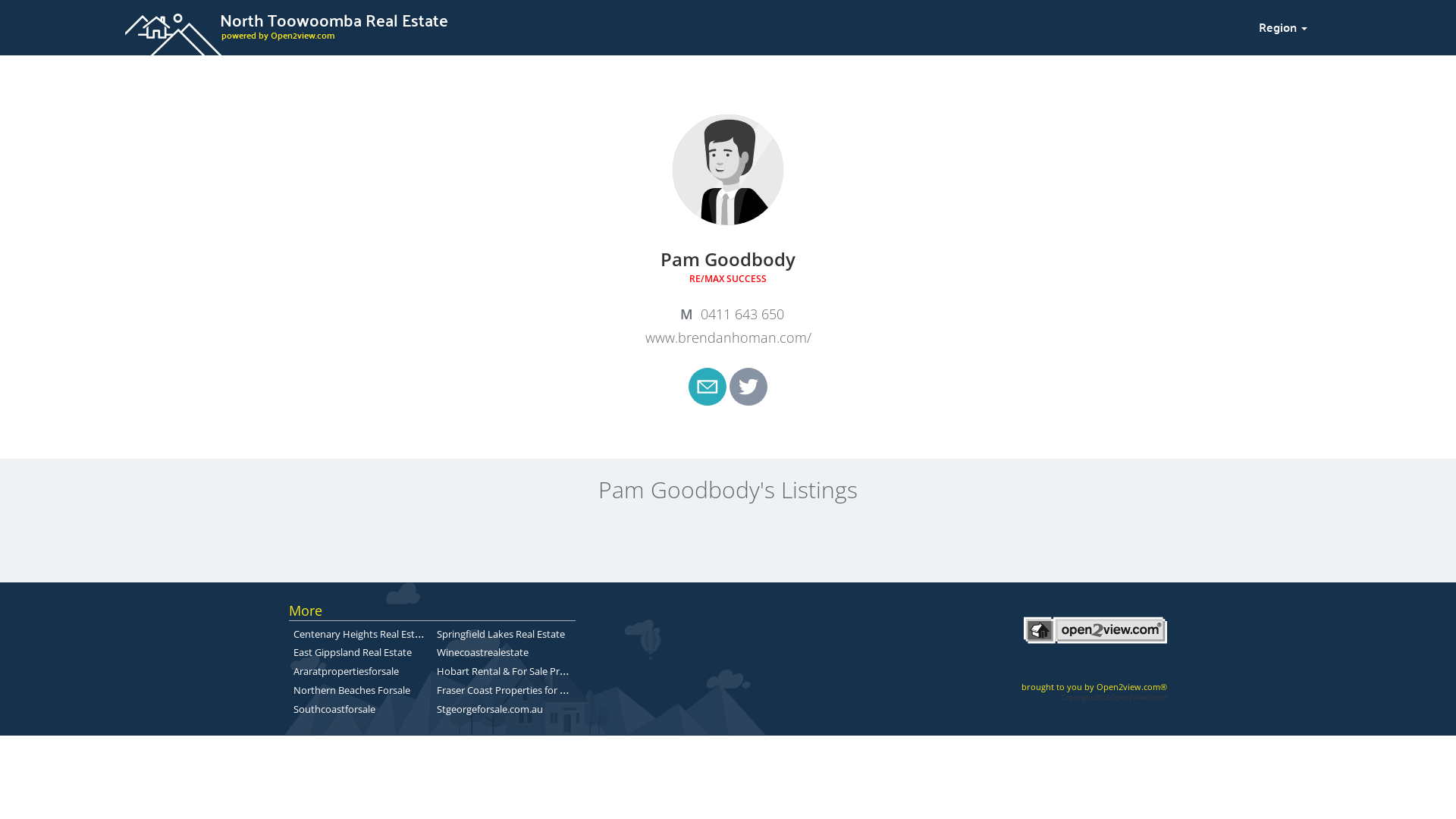  Describe the element at coordinates (436, 651) in the screenshot. I see `'Winecoastrealestate'` at that location.